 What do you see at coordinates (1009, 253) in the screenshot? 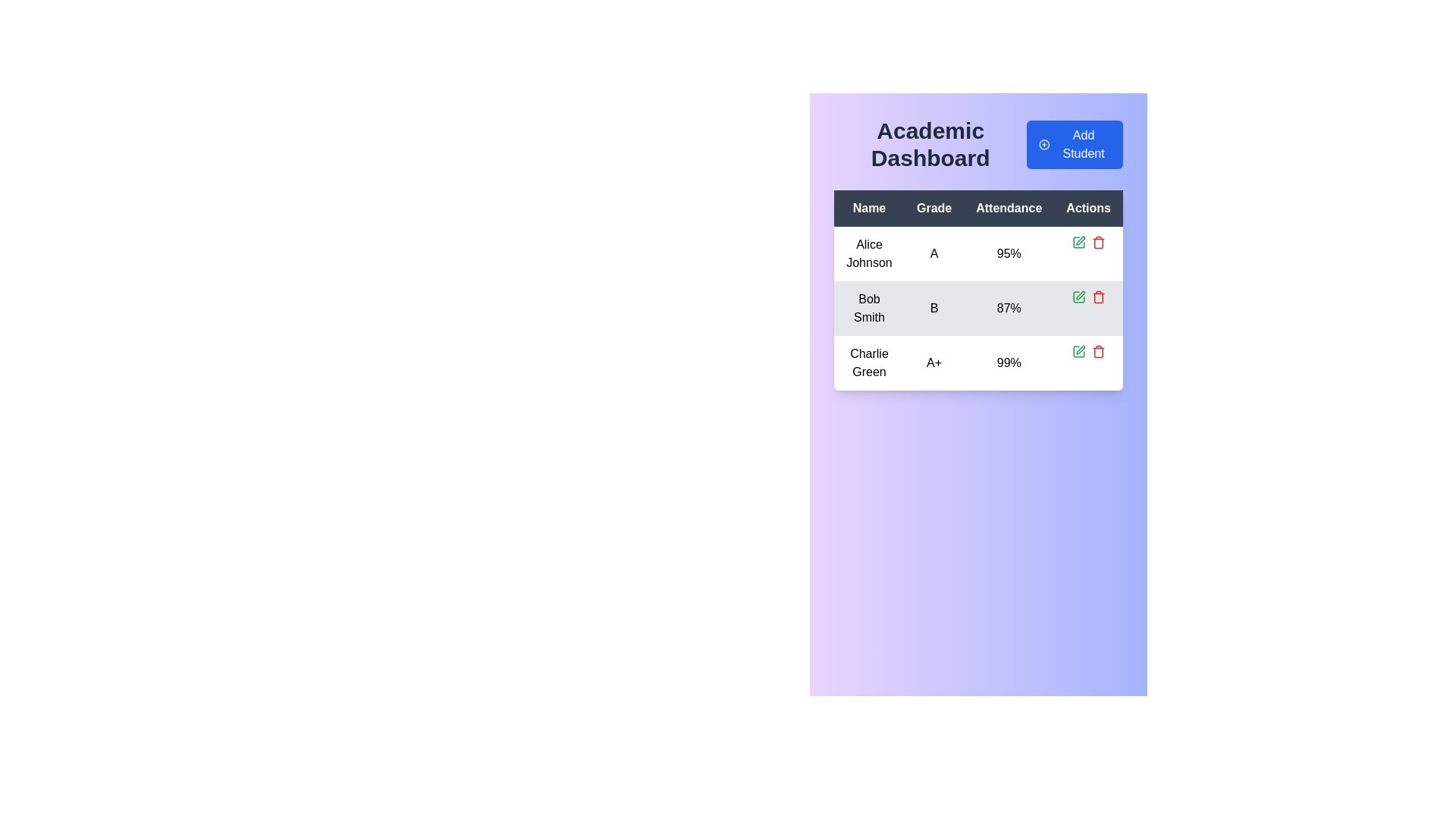
I see `the attendance percentage text label displaying information for the student 'Alice Johnson', located in the 'Attendance' column of the first row in the table` at bounding box center [1009, 253].